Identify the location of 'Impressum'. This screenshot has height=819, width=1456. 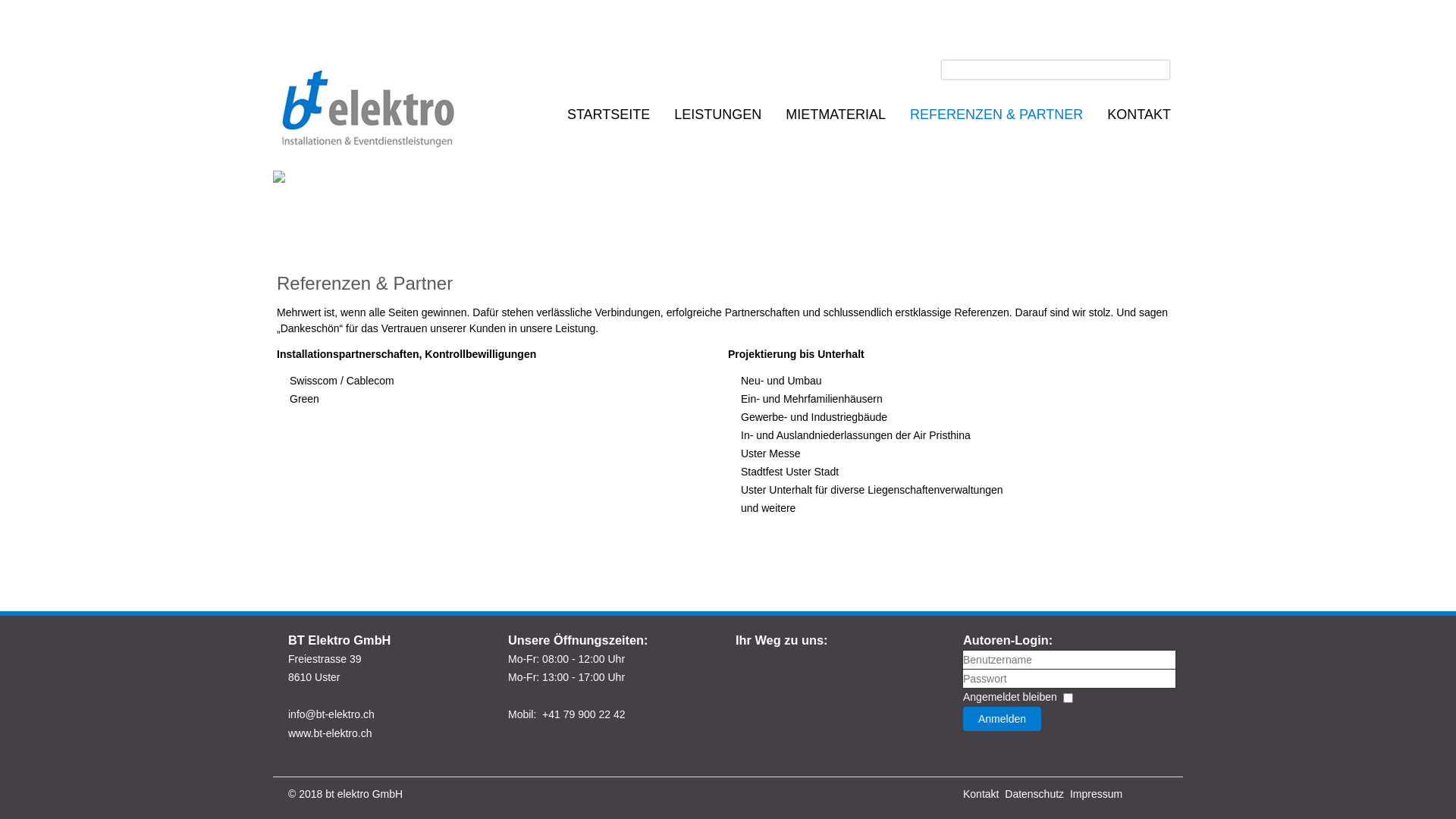
(1096, 792).